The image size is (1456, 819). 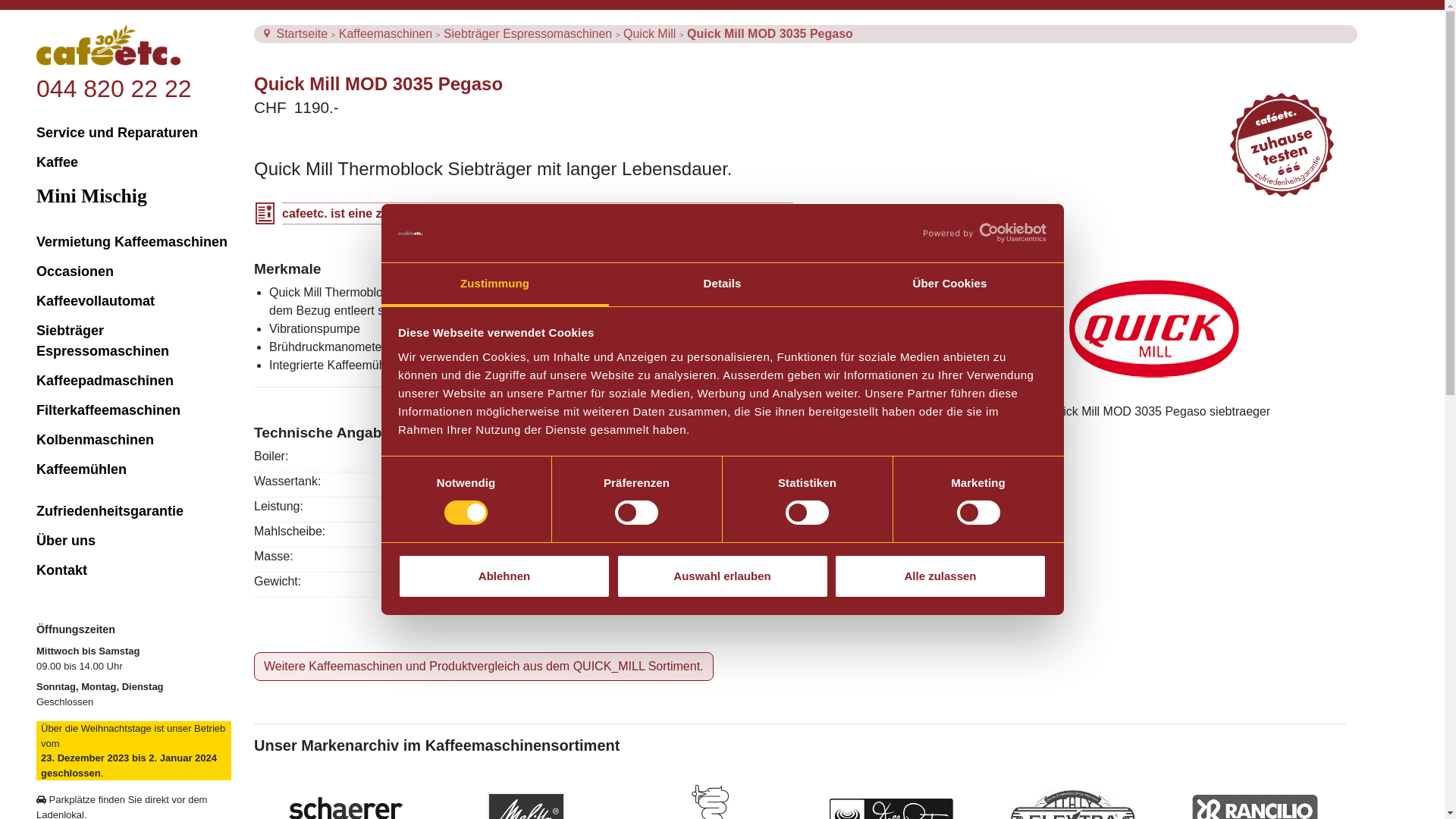 What do you see at coordinates (36, 301) in the screenshot?
I see `'Kaffeevollautomat'` at bounding box center [36, 301].